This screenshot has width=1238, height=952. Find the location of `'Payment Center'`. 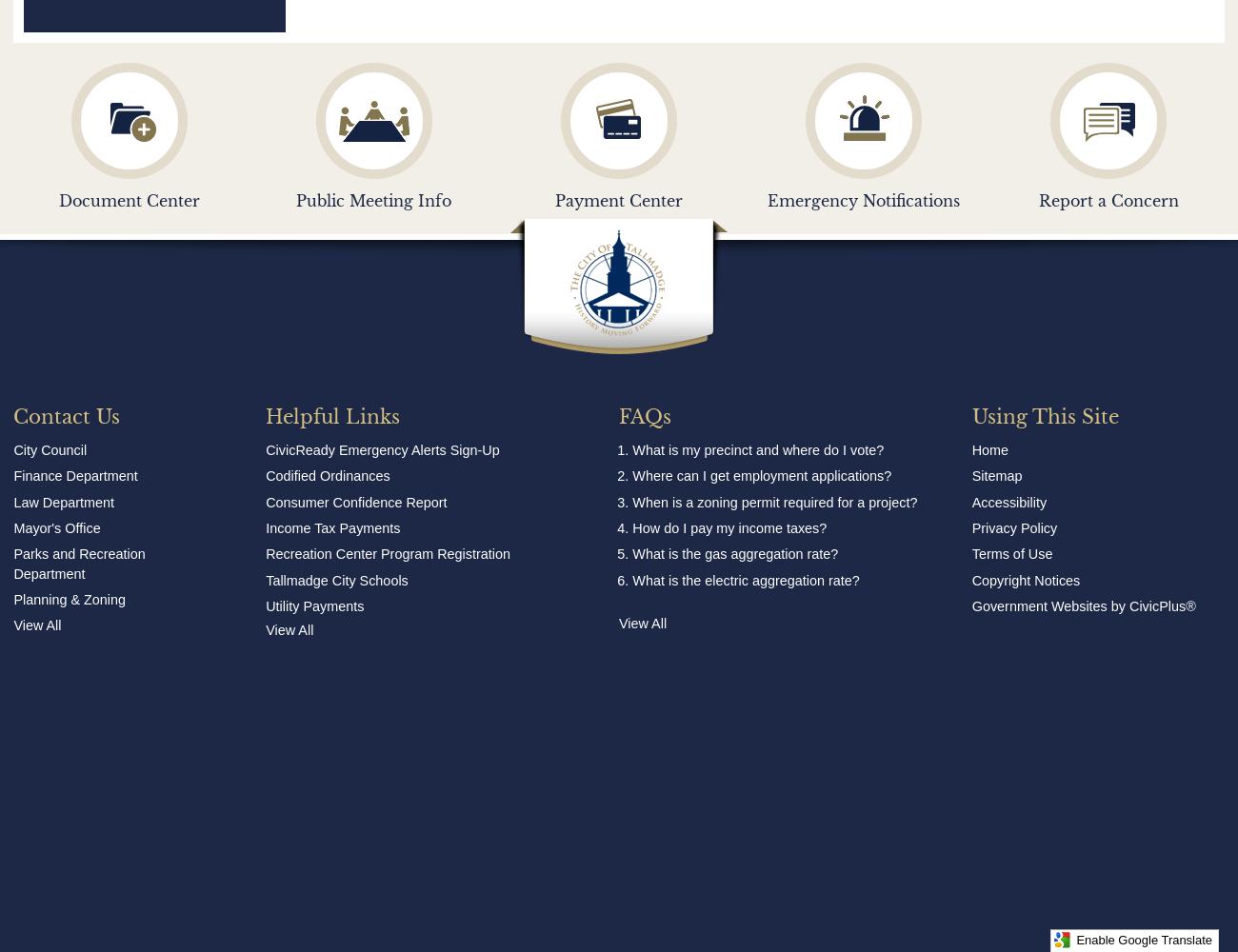

'Payment Center' is located at coordinates (617, 200).